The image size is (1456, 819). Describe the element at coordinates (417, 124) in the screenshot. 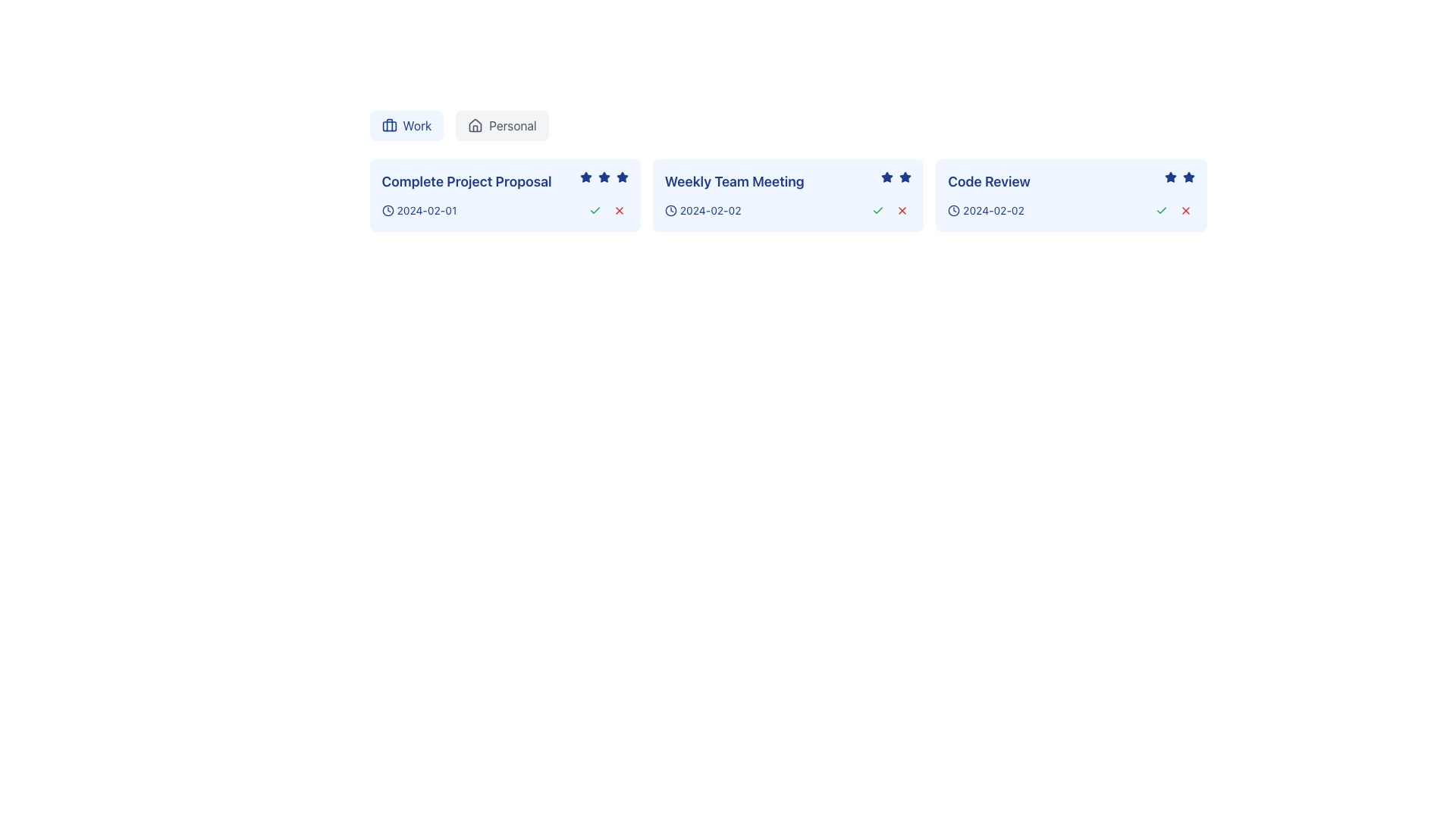

I see `the clickable Text Label for the 'Work' category` at that location.